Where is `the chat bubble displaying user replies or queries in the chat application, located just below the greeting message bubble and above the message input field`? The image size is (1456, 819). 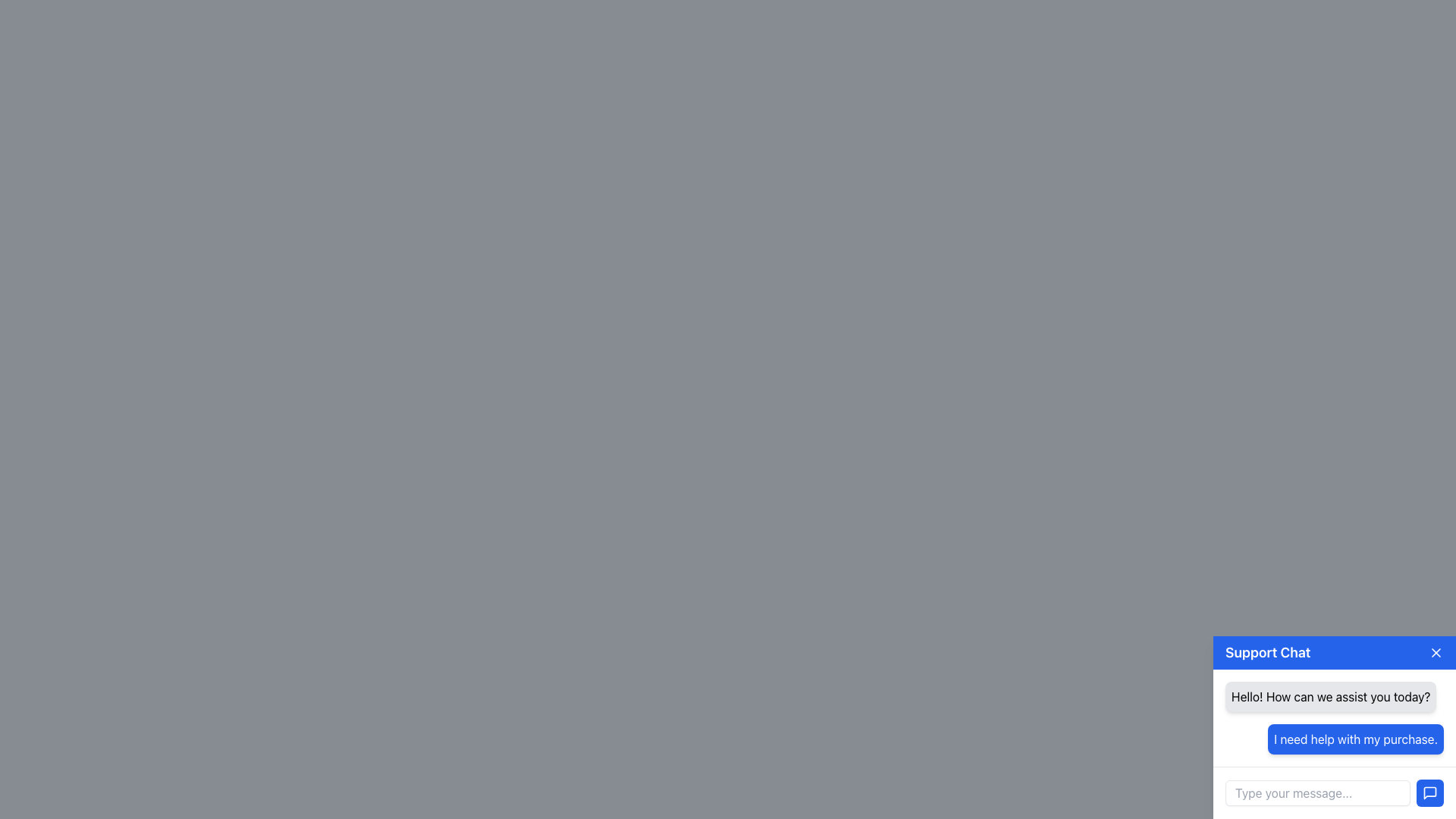 the chat bubble displaying user replies or queries in the chat application, located just below the greeting message bubble and above the message input field is located at coordinates (1335, 739).